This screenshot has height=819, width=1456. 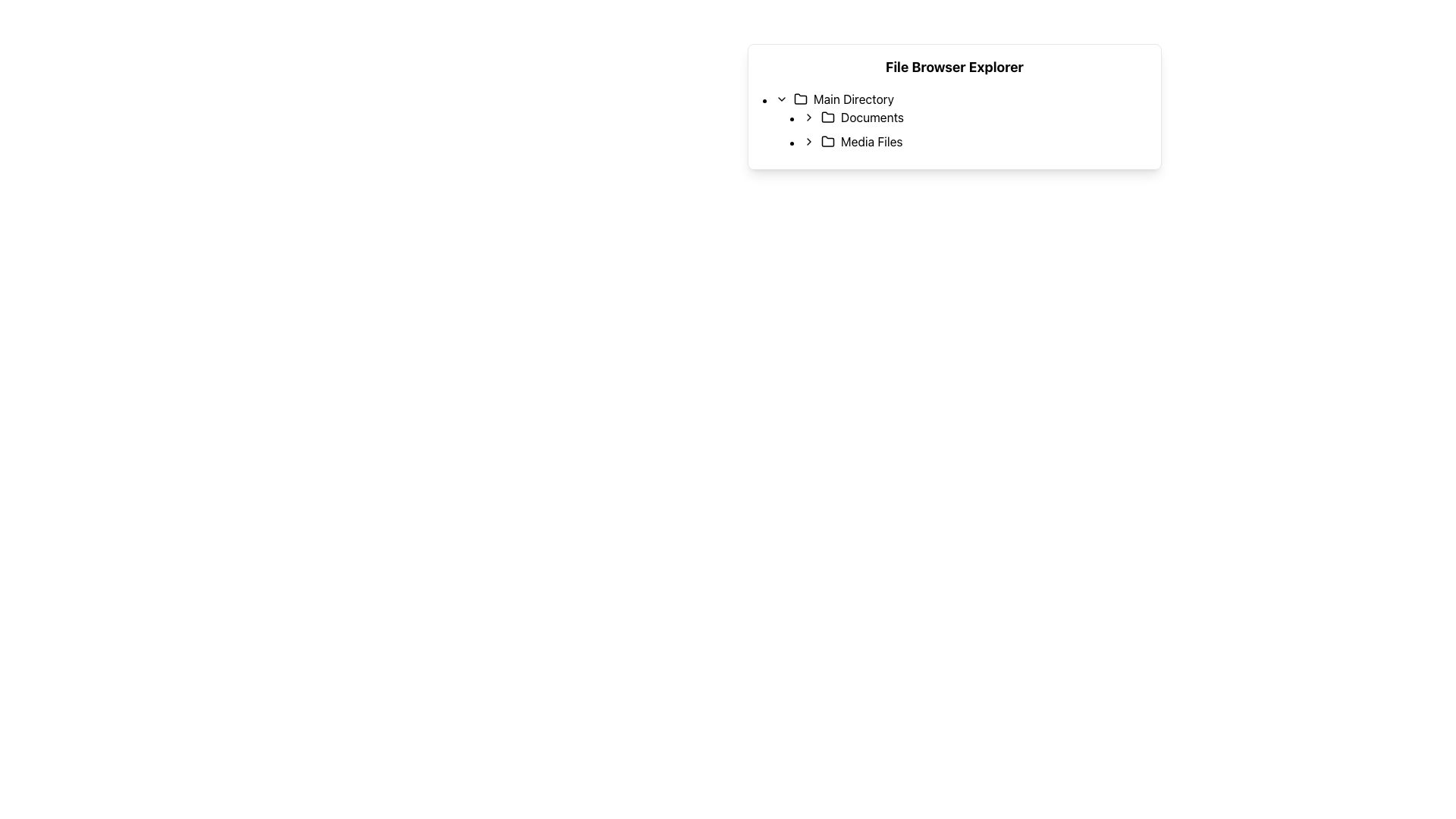 What do you see at coordinates (827, 116) in the screenshot?
I see `on the folder icon located` at bounding box center [827, 116].